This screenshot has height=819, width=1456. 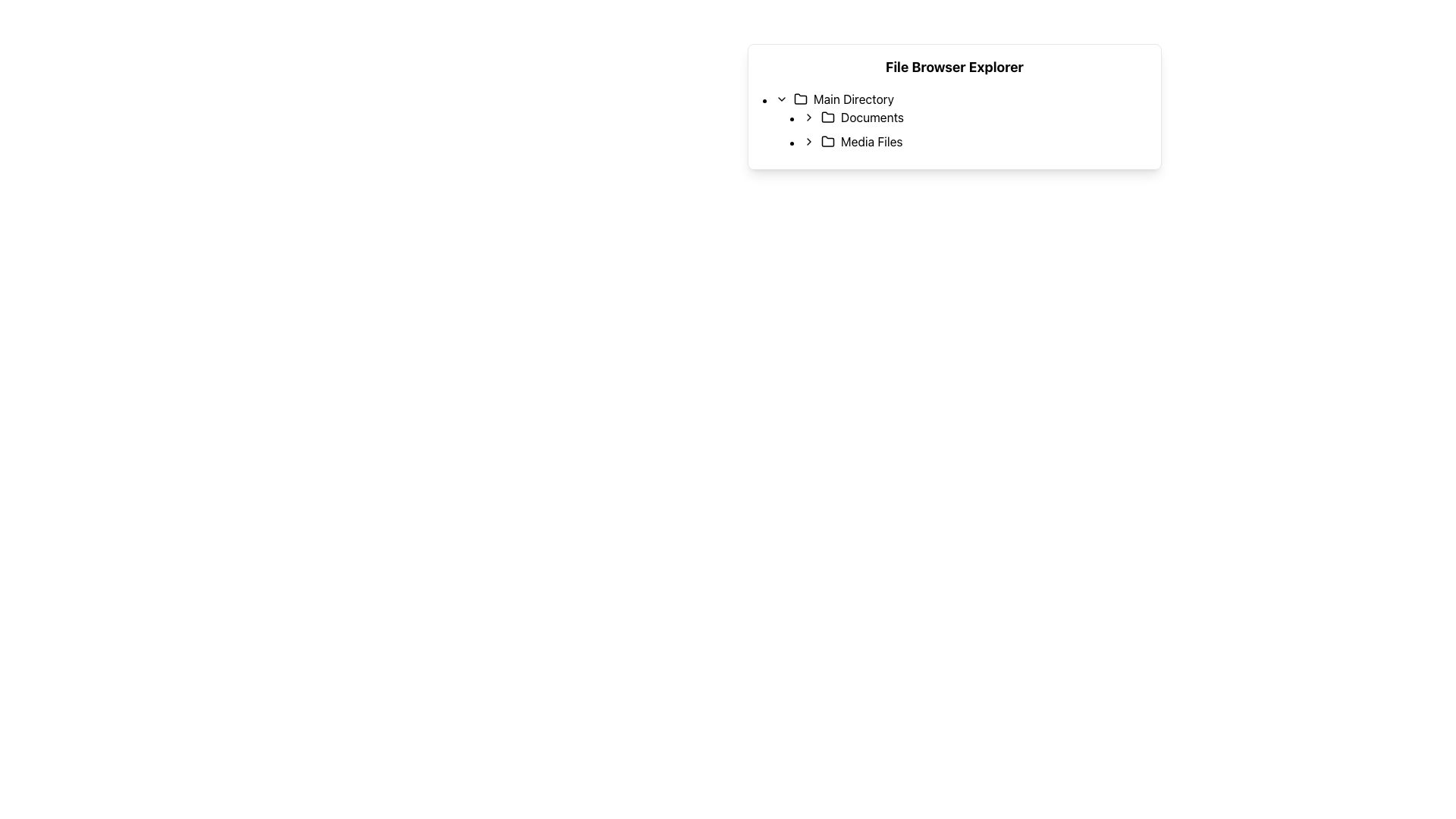 What do you see at coordinates (827, 116) in the screenshot?
I see `on the folder icon located` at bounding box center [827, 116].